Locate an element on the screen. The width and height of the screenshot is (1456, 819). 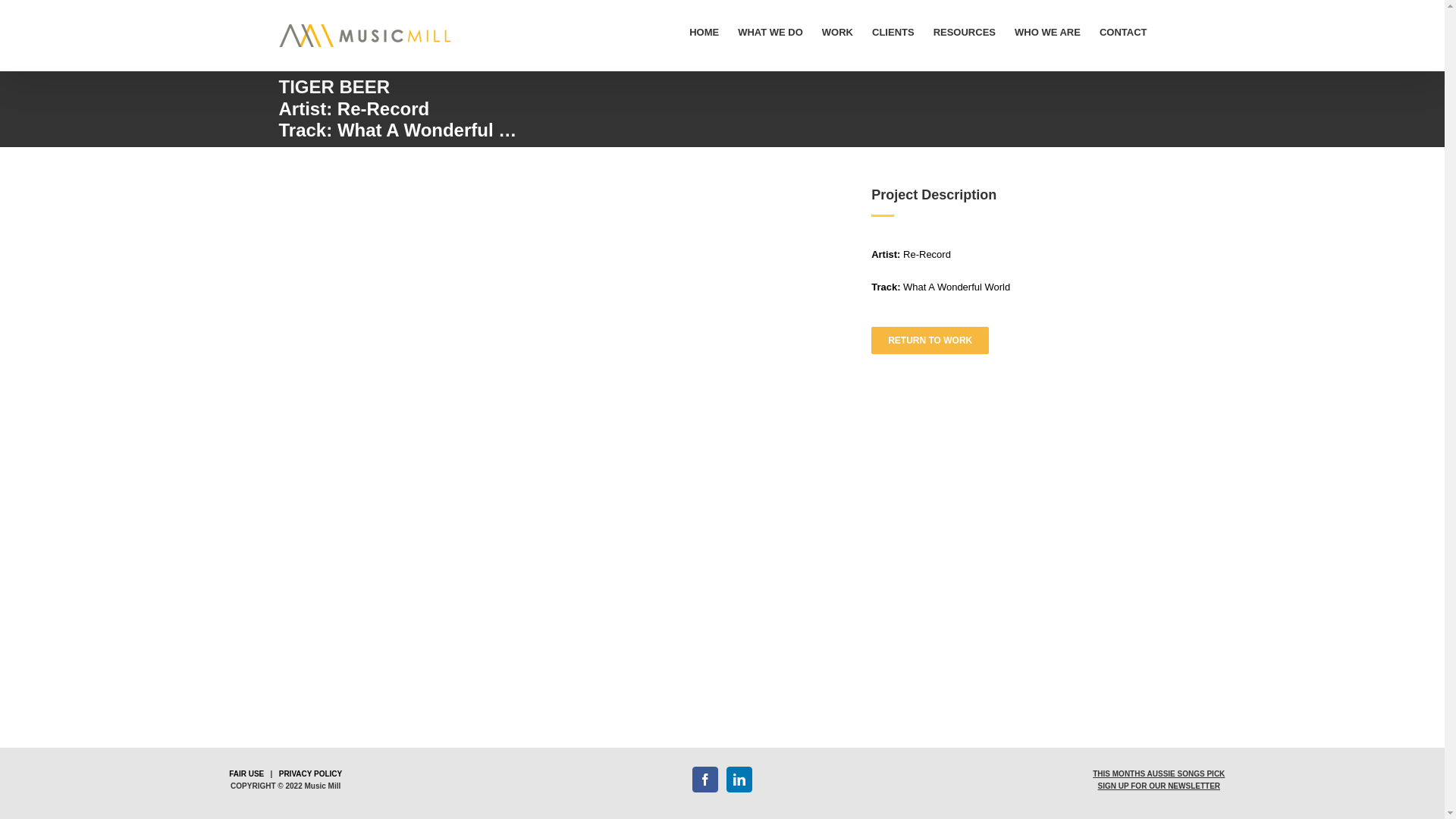
'RESOURCES' is located at coordinates (964, 32).